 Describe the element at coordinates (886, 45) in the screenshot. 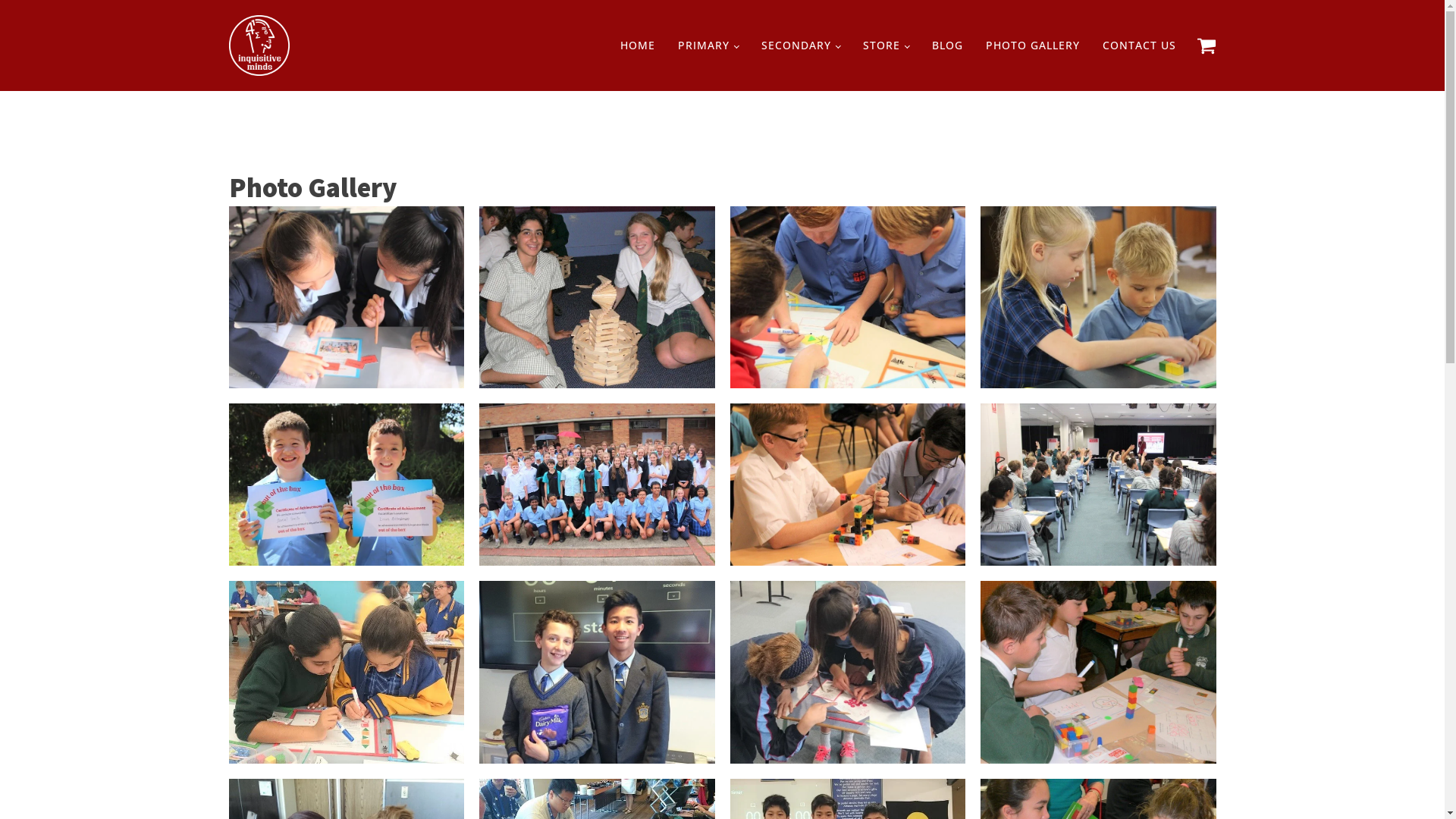

I see `'STORE'` at that location.